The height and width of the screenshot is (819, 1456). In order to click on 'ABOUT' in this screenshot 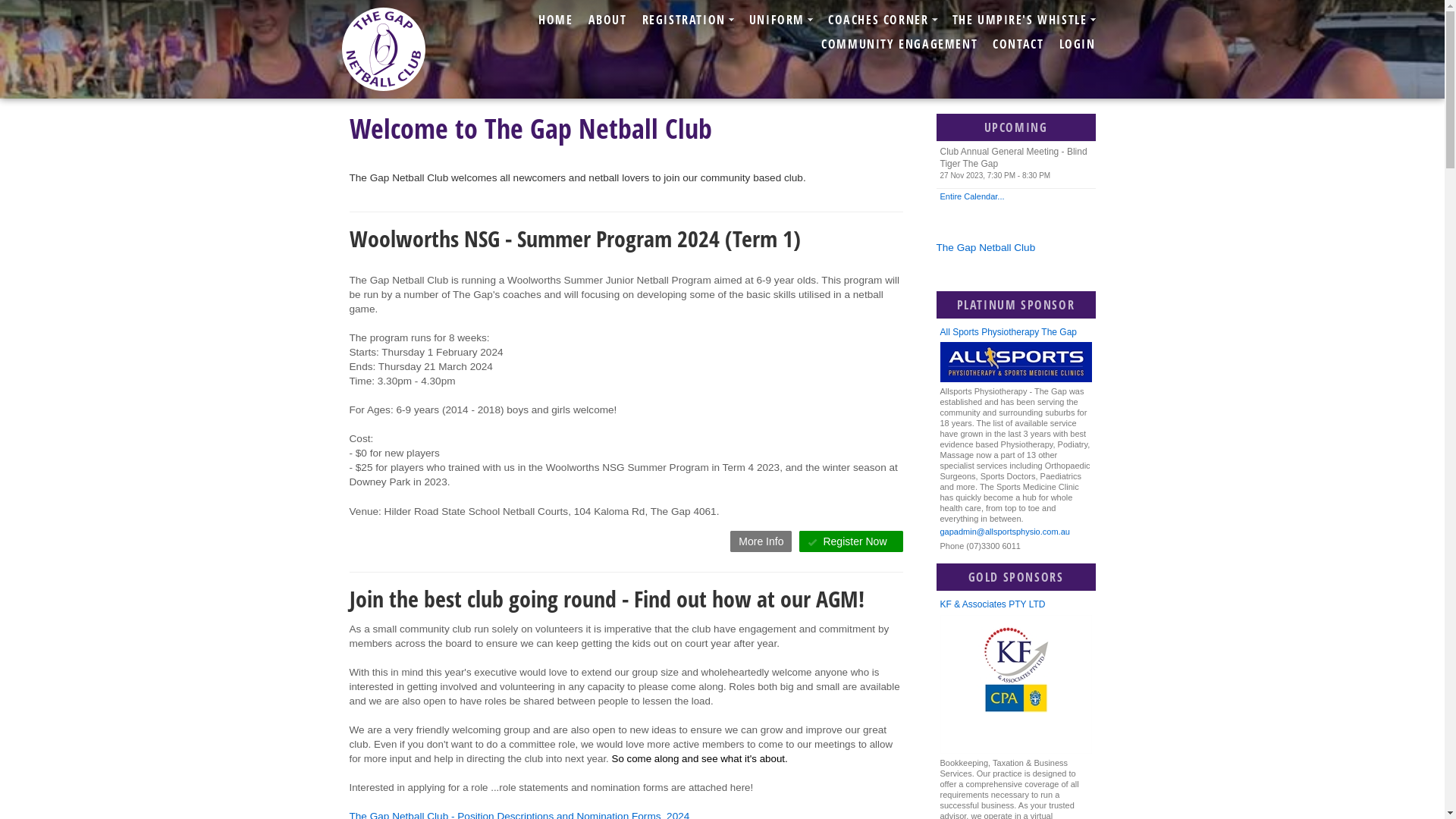, I will do `click(580, 20)`.